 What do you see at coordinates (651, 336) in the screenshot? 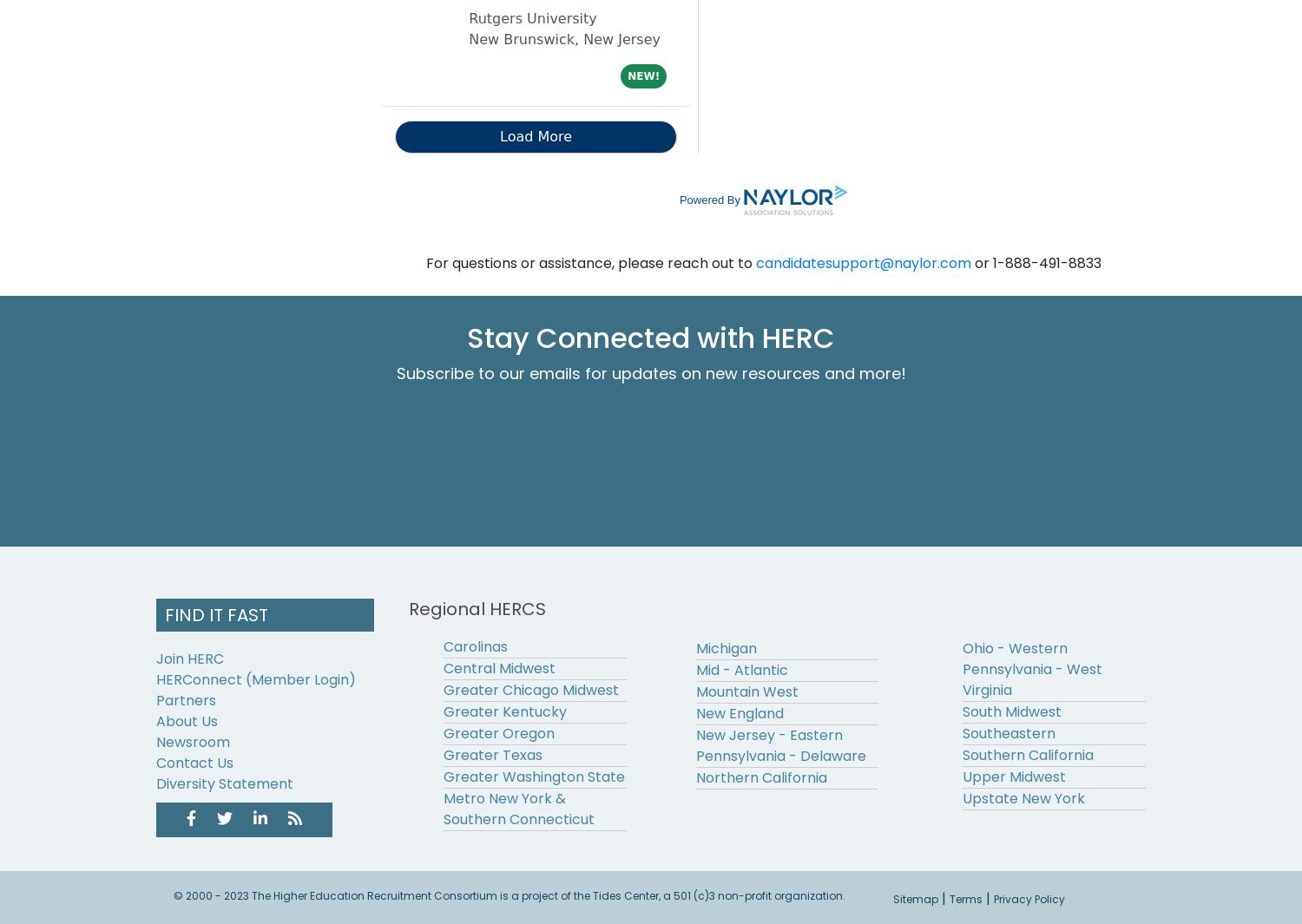
I see `'Stay Connected with HERC'` at bounding box center [651, 336].